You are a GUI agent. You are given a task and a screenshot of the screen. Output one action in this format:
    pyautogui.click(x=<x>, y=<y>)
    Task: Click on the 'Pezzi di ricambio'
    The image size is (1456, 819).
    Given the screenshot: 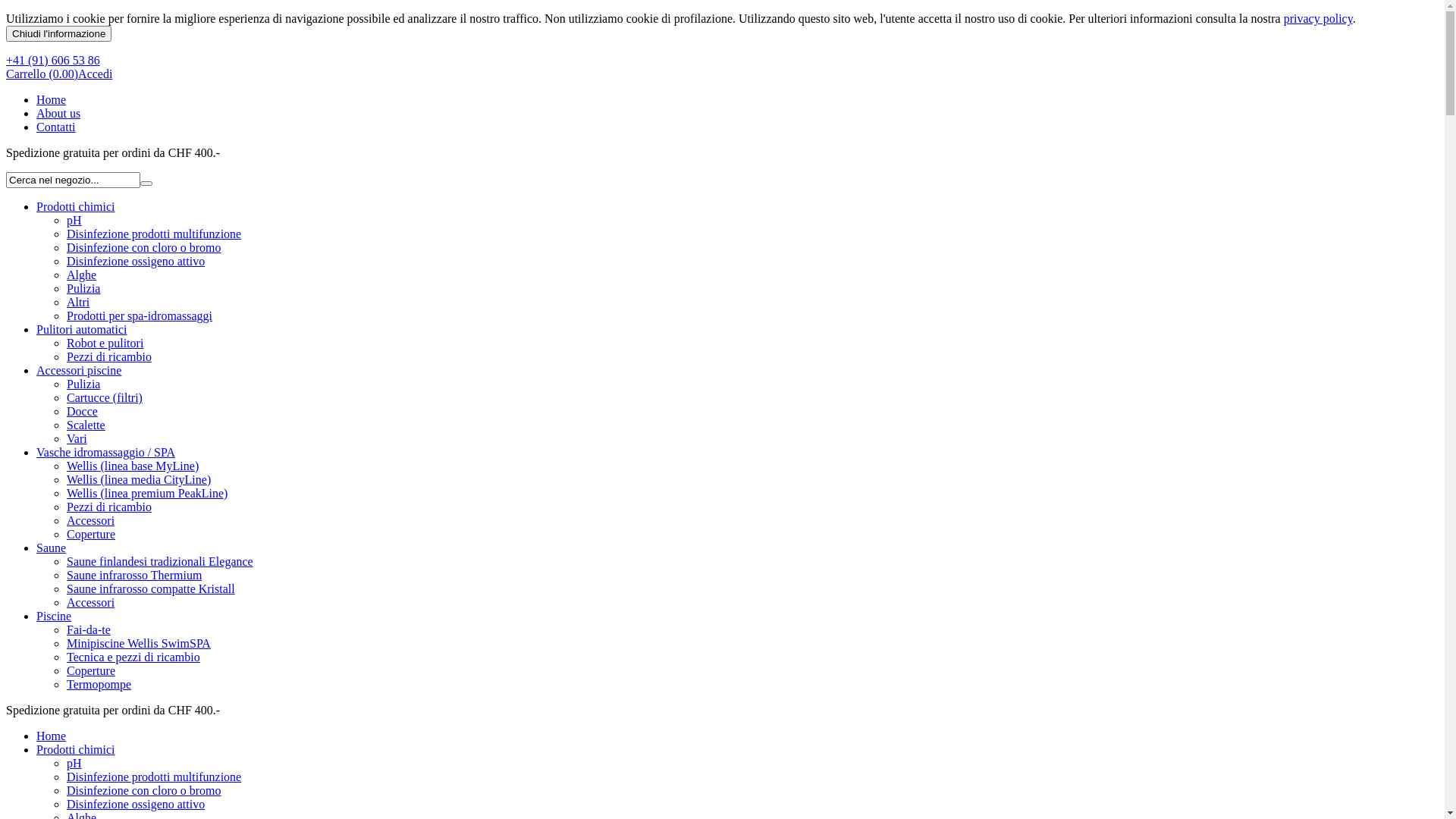 What is the action you would take?
    pyautogui.click(x=108, y=356)
    